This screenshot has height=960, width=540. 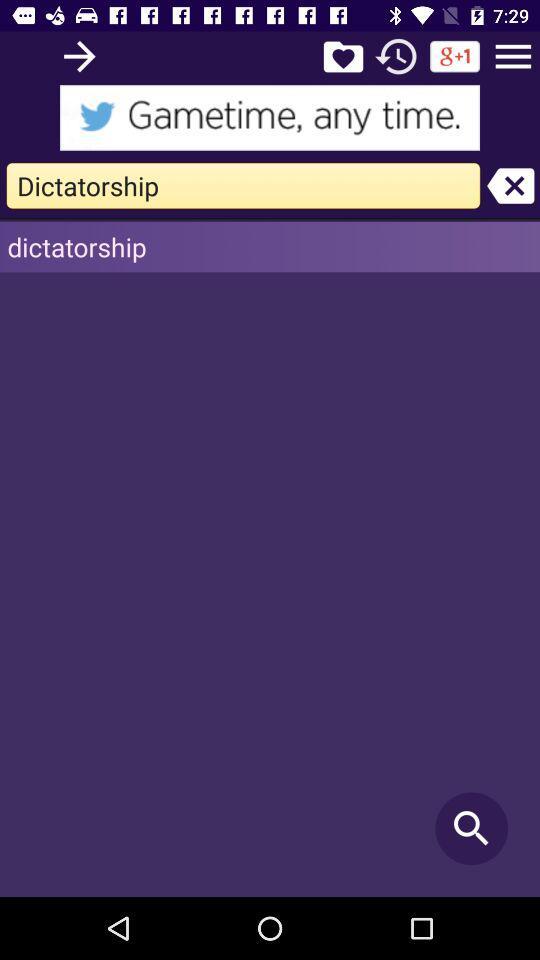 What do you see at coordinates (513, 55) in the screenshot?
I see `menu` at bounding box center [513, 55].